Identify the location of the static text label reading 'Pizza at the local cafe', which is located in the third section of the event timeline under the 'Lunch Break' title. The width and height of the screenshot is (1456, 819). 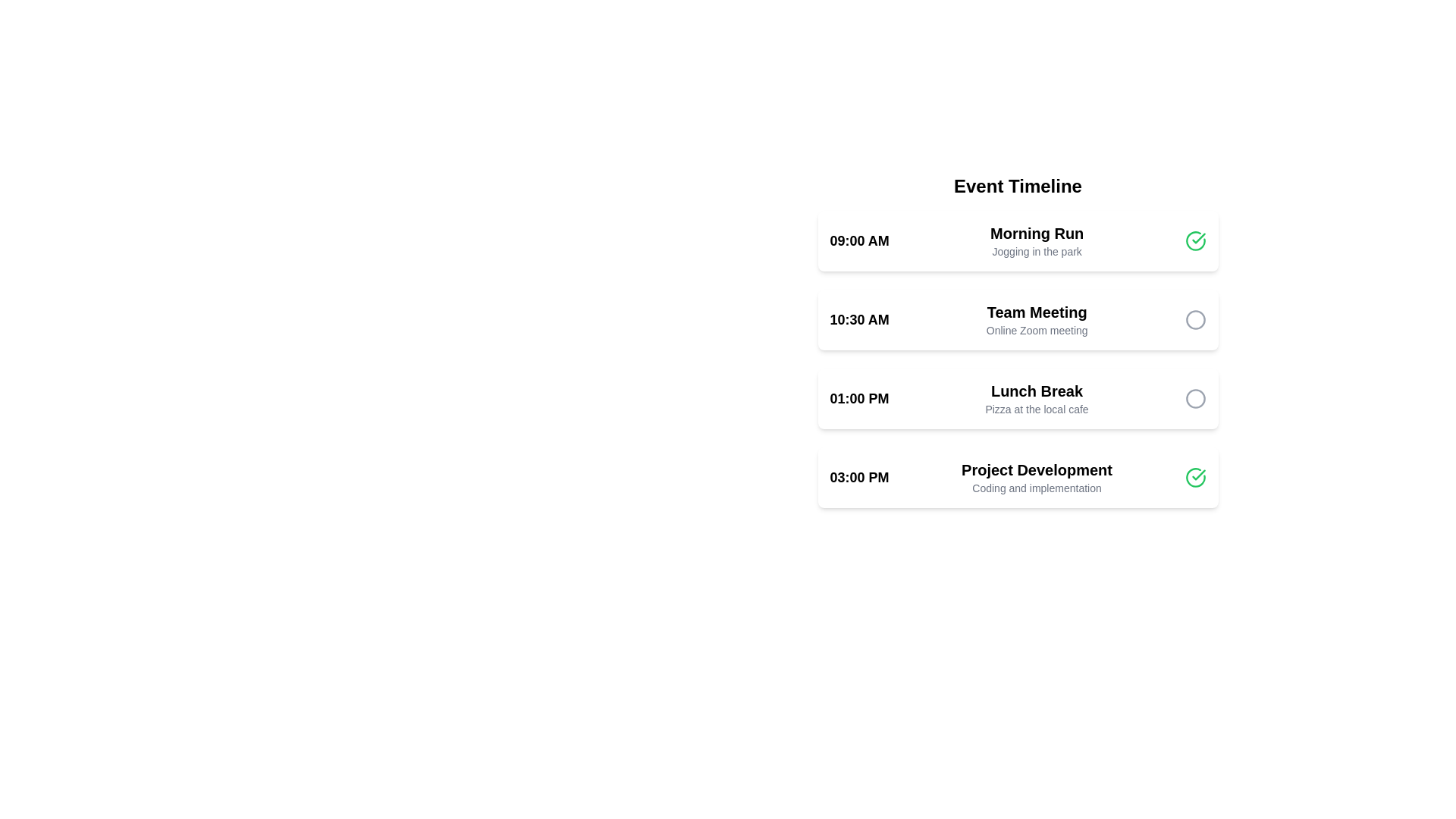
(1036, 409).